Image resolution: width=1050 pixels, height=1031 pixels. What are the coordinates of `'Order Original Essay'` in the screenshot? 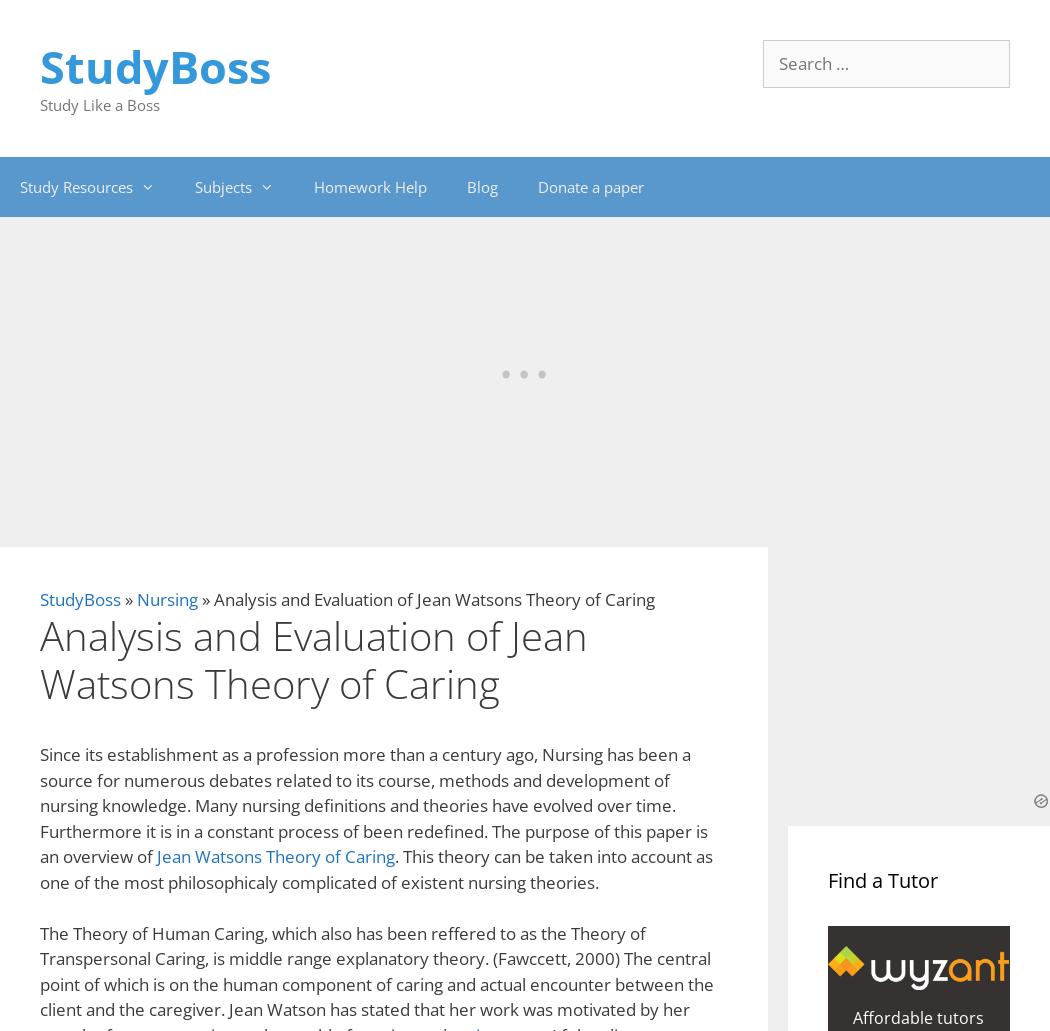 It's located at (177, 812).